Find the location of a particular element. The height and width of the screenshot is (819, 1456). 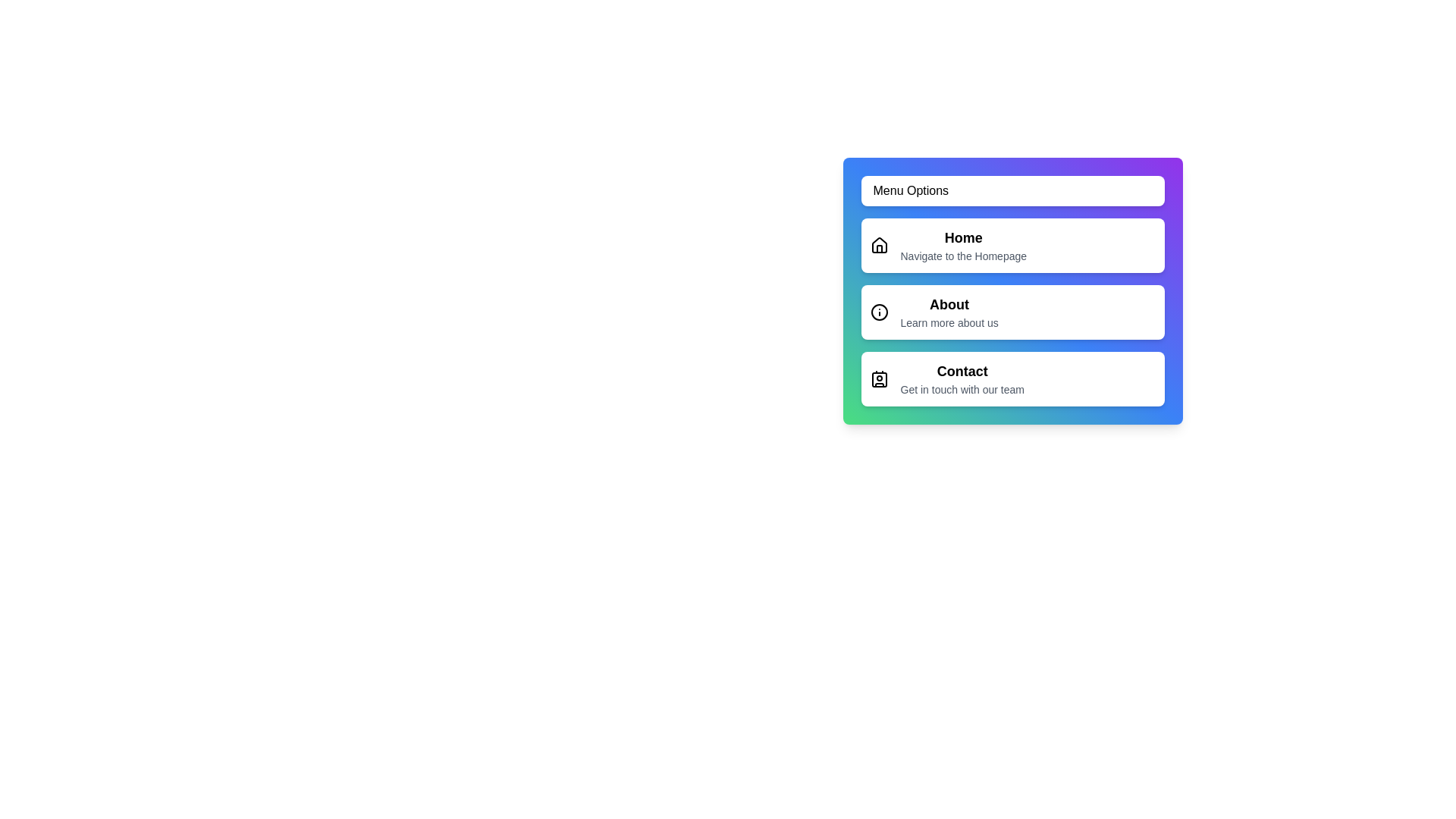

'Menu Options' button to toggle the menu visibility is located at coordinates (1012, 190).